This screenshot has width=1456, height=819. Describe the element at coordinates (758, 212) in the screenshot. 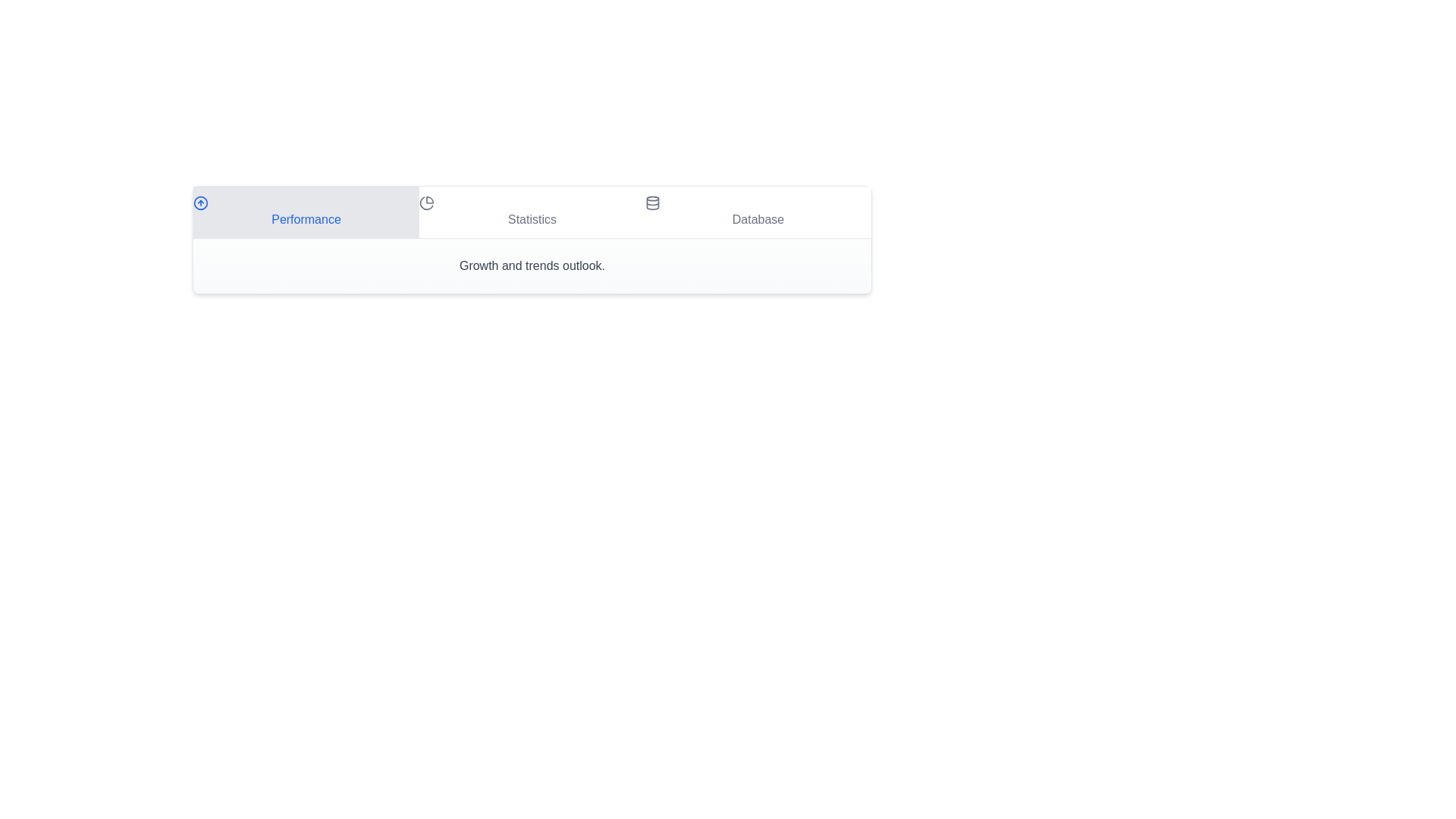

I see `the Database tab by clicking on it` at that location.